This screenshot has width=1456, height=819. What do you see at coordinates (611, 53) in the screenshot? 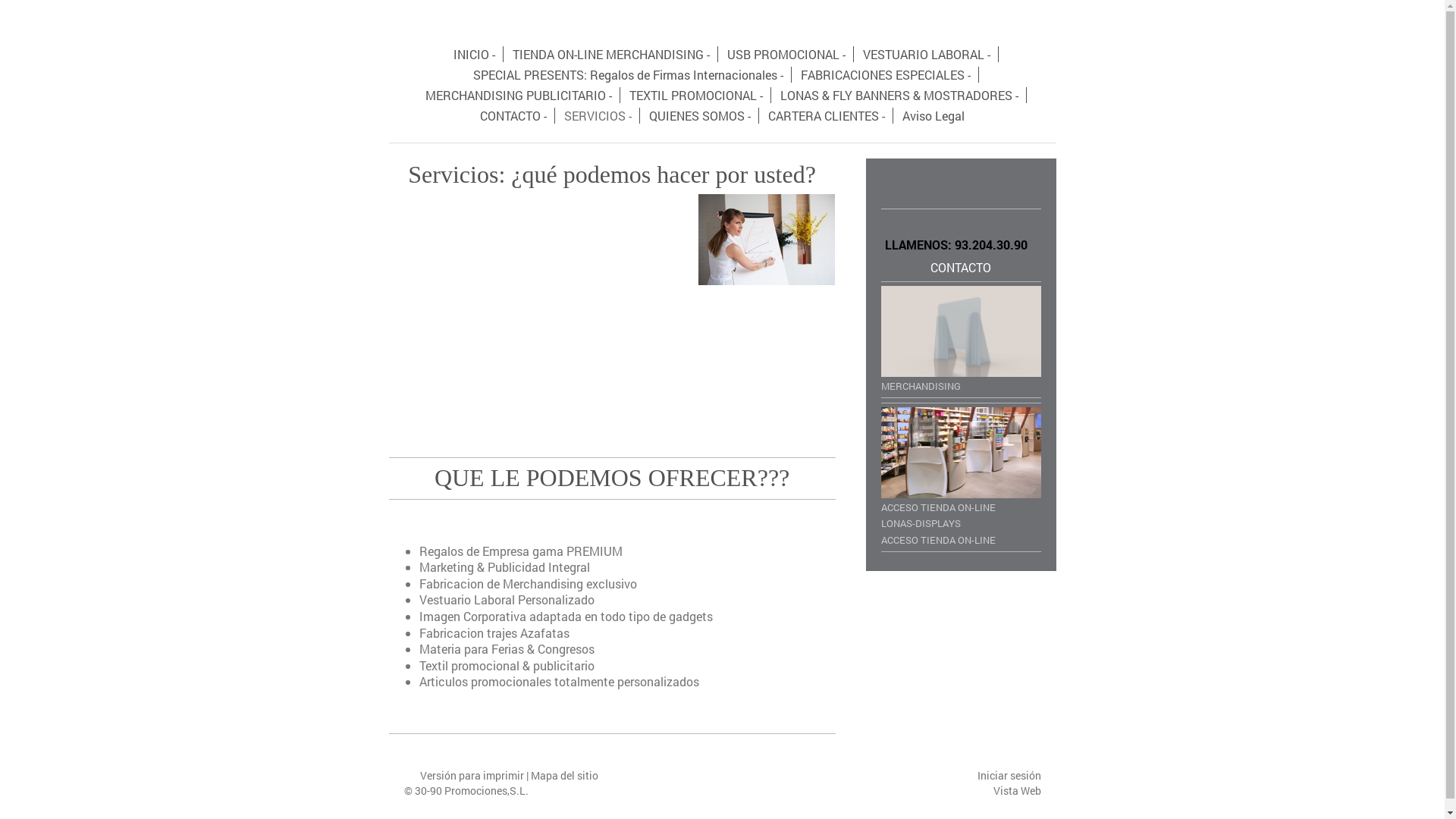
I see `'TIENDA ON-LINE MERCHANDISING -'` at bounding box center [611, 53].